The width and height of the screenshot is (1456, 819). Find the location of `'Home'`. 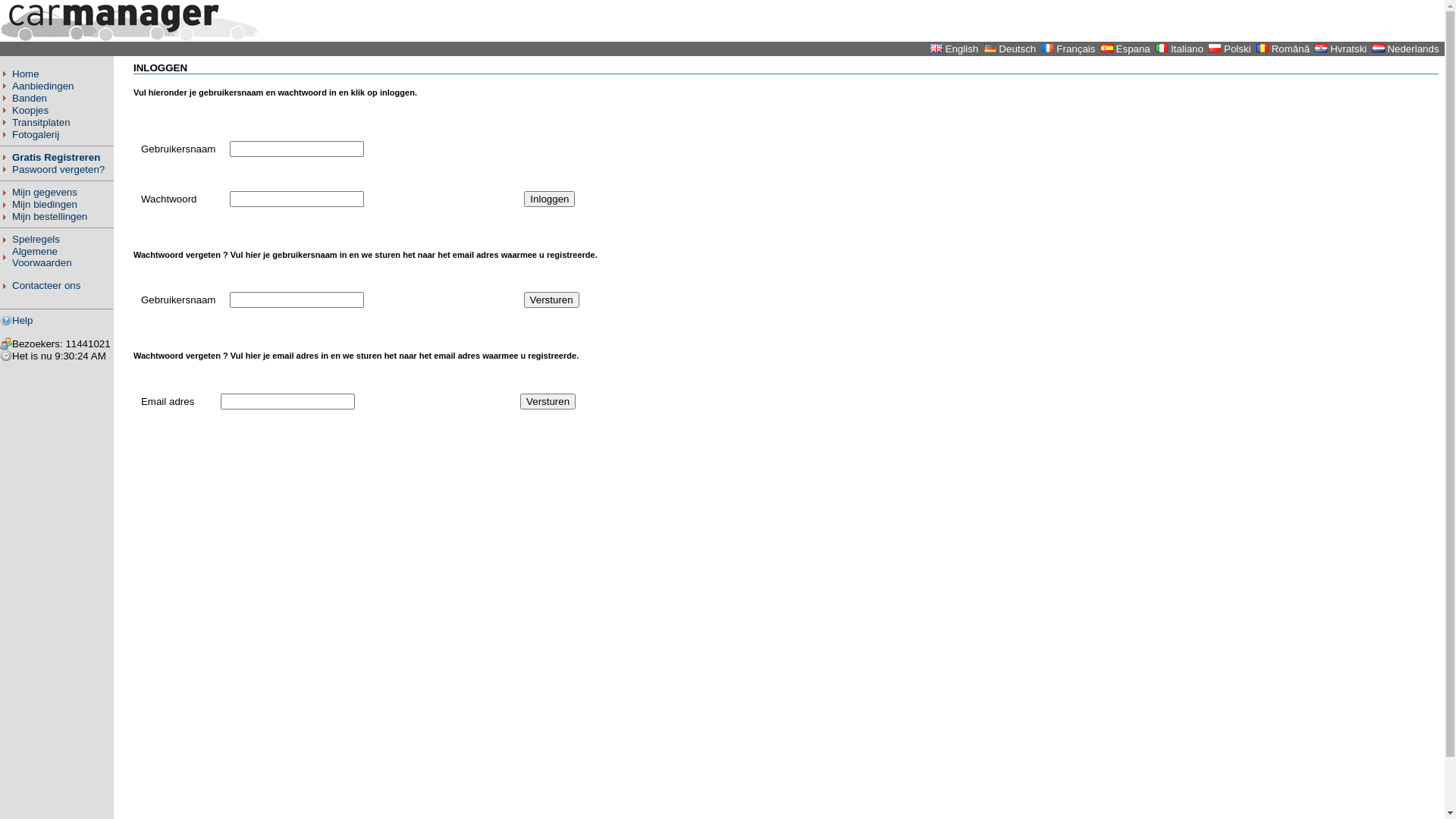

'Home' is located at coordinates (25, 74).